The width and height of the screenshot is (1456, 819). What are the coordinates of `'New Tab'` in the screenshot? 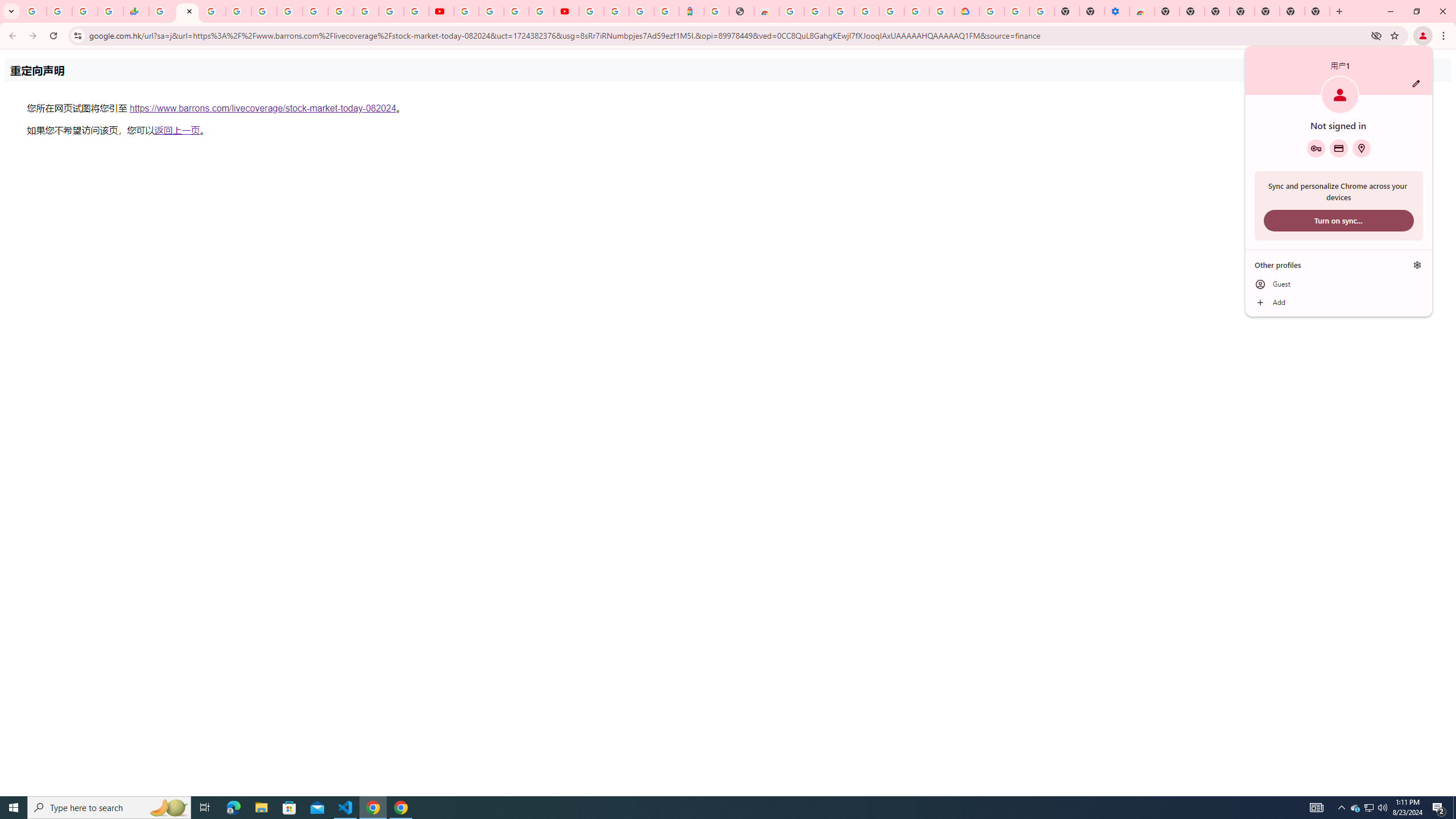 It's located at (1317, 11).